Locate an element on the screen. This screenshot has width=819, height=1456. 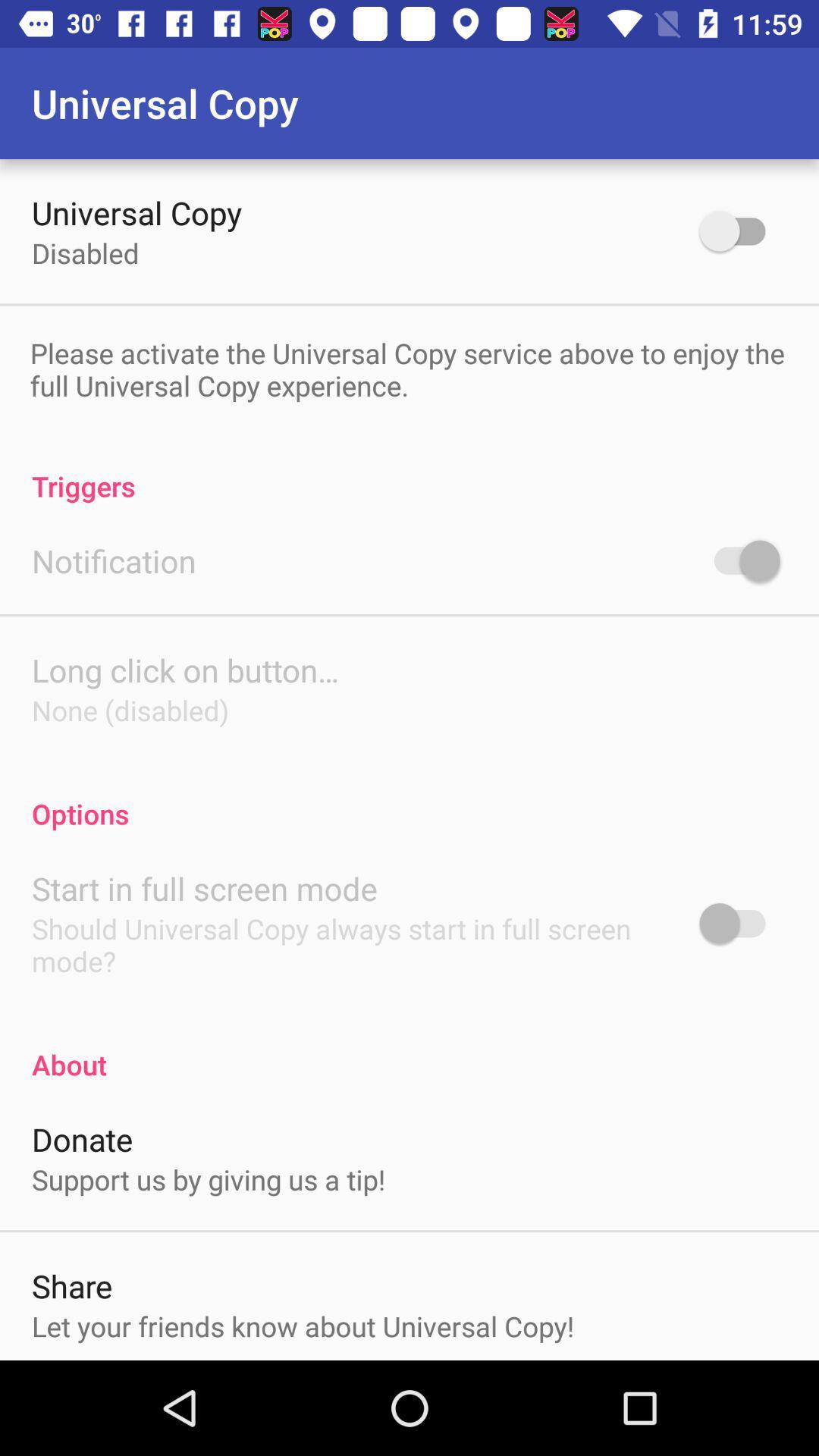
the icon below none (disabled) is located at coordinates (409, 797).